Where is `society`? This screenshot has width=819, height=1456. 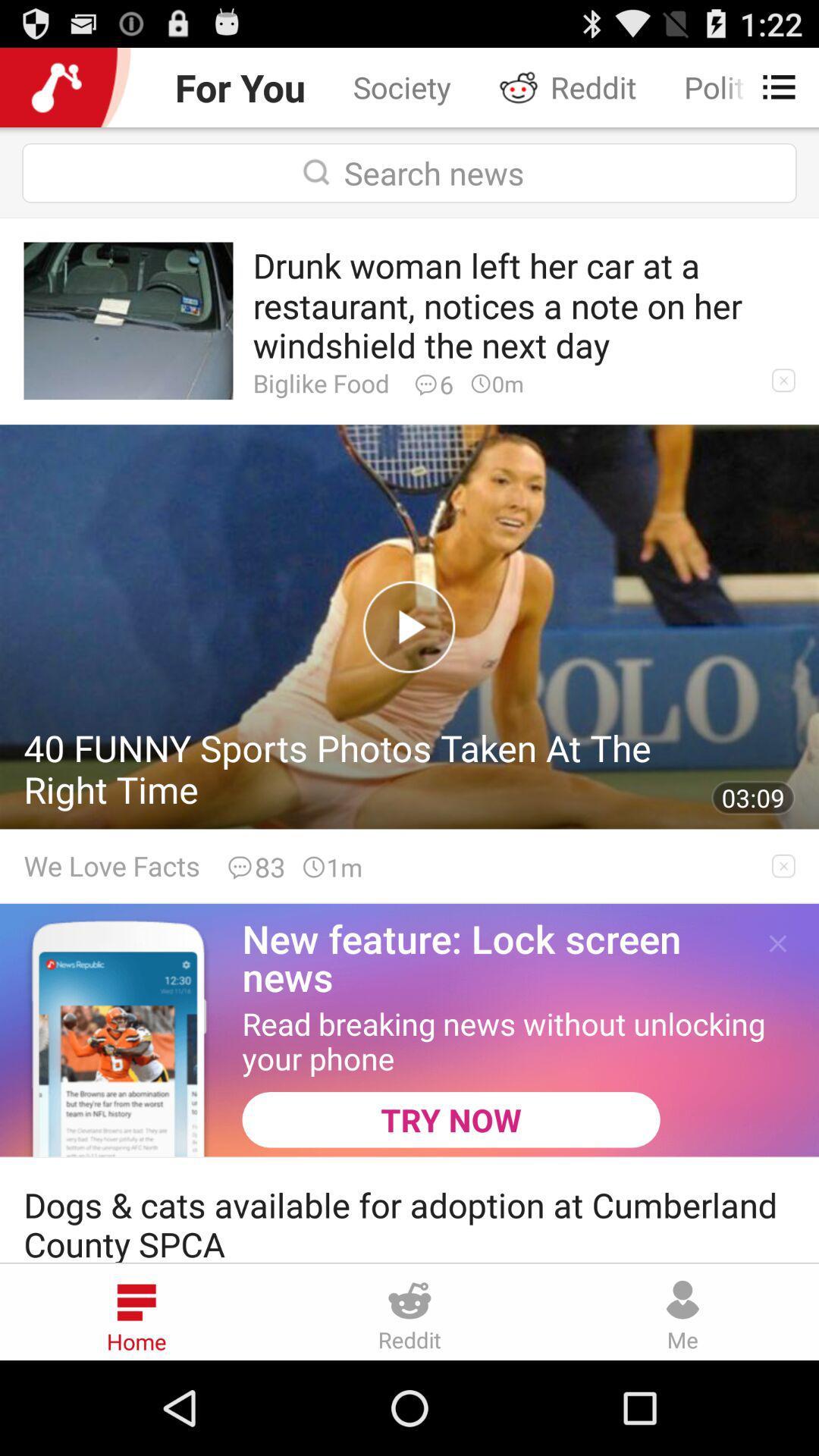
society is located at coordinates (401, 86).